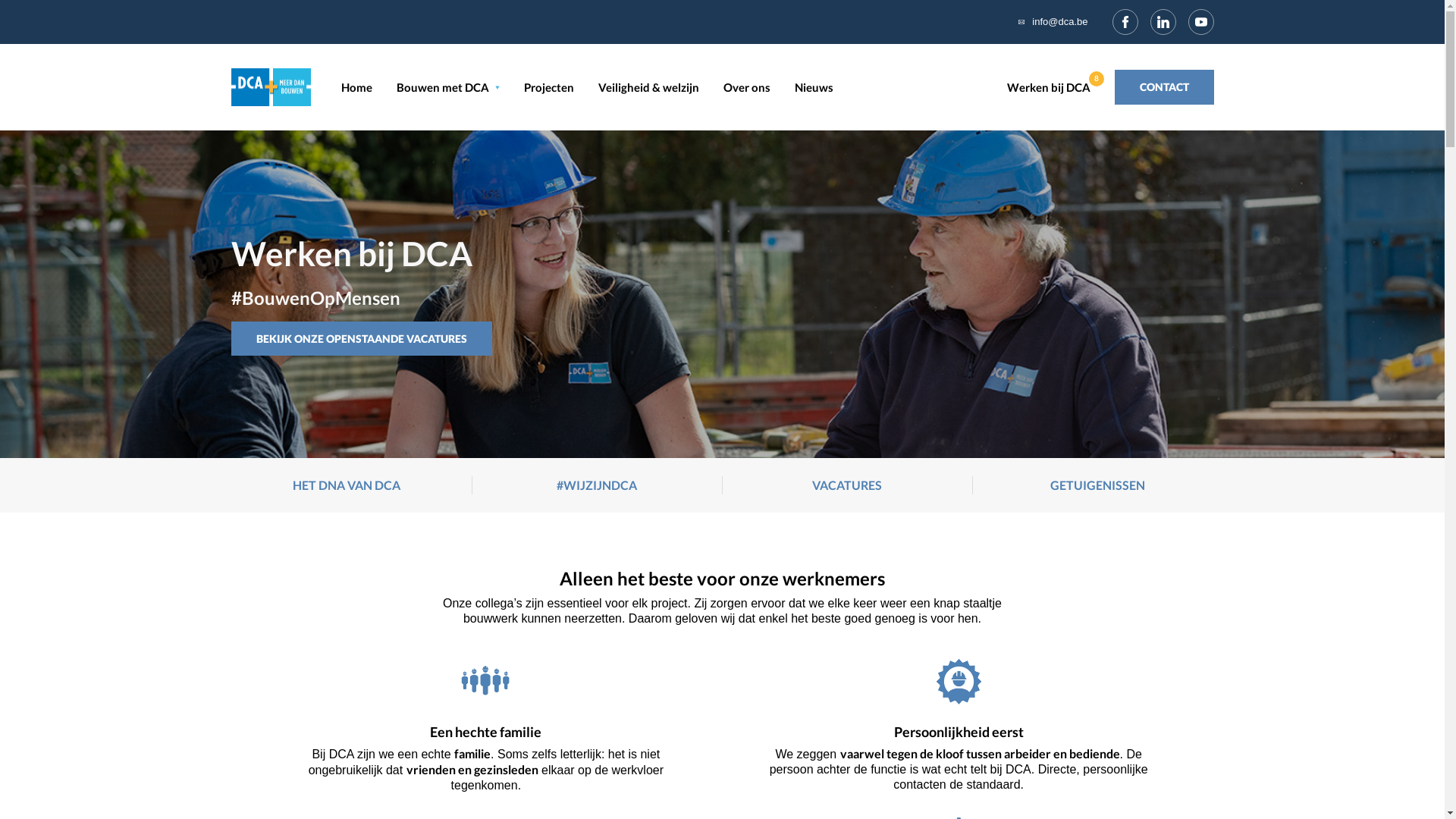 Image resolution: width=1456 pixels, height=819 pixels. What do you see at coordinates (1051, 87) in the screenshot?
I see `'Werken bij DCA` at bounding box center [1051, 87].